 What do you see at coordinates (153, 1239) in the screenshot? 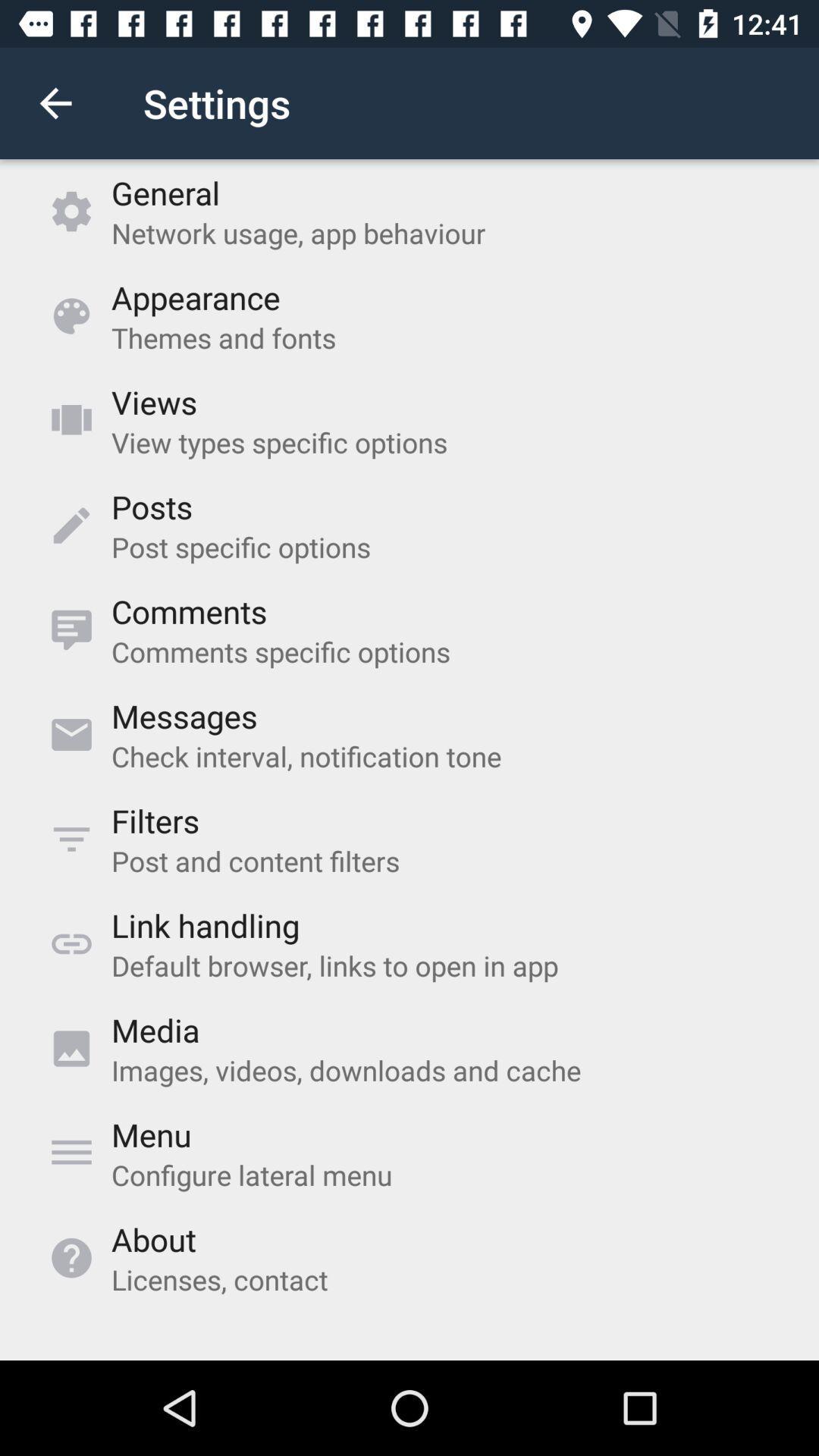
I see `about item` at bounding box center [153, 1239].